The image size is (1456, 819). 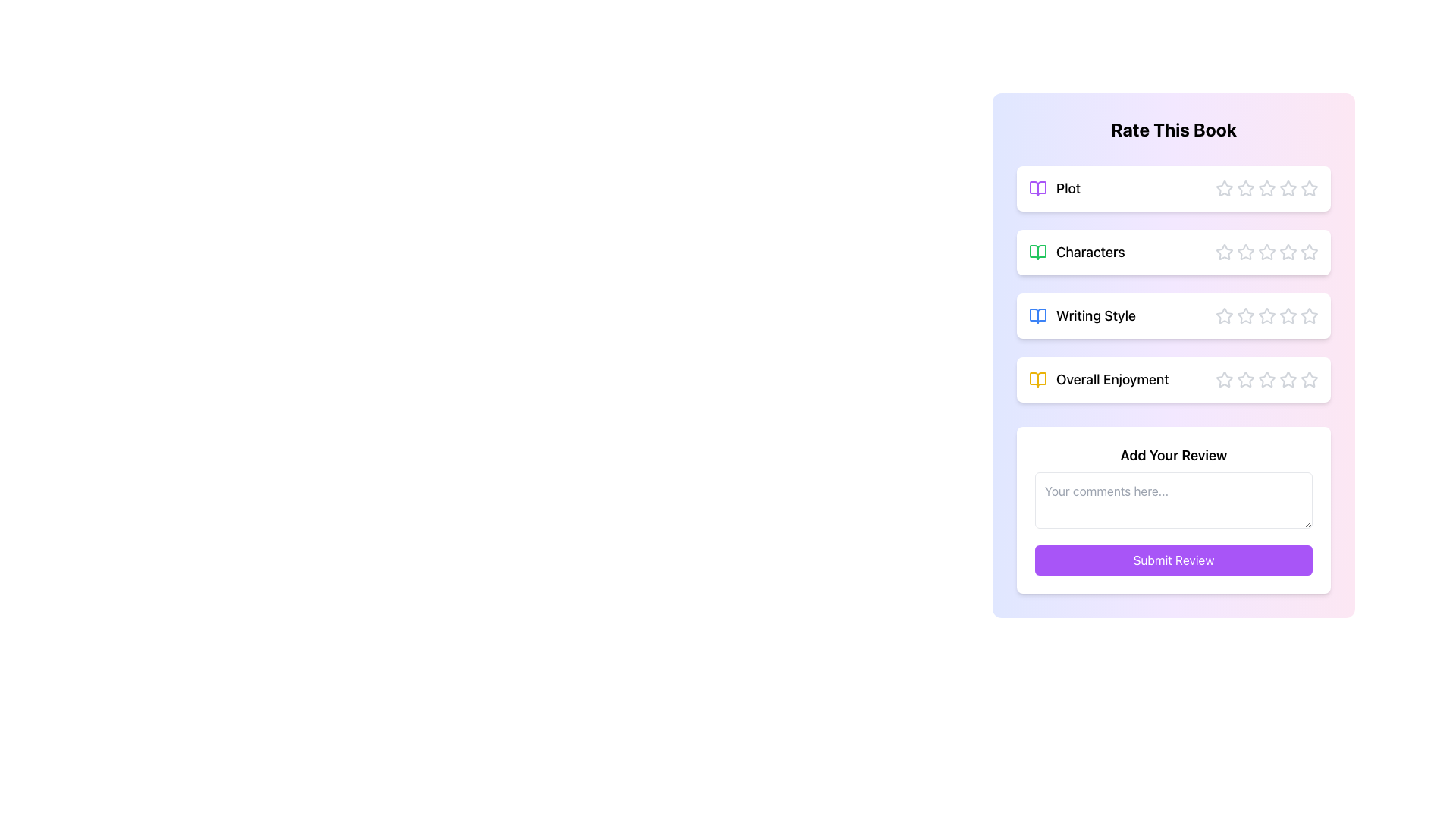 What do you see at coordinates (1224, 251) in the screenshot?
I see `the first star in the horizontal row of five stars for rating in the 'Characters' category` at bounding box center [1224, 251].